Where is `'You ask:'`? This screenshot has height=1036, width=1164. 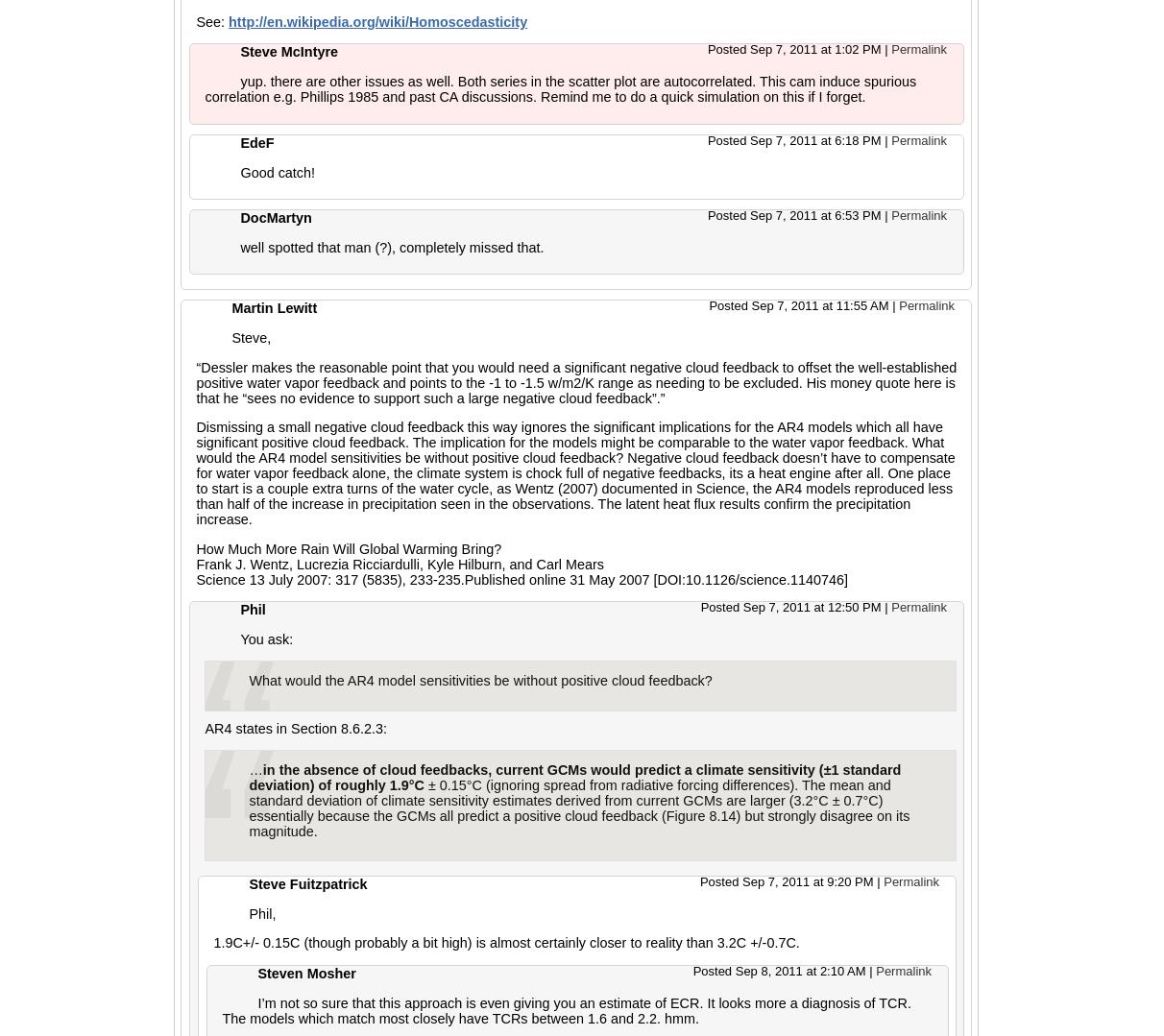 'You ask:' is located at coordinates (266, 638).